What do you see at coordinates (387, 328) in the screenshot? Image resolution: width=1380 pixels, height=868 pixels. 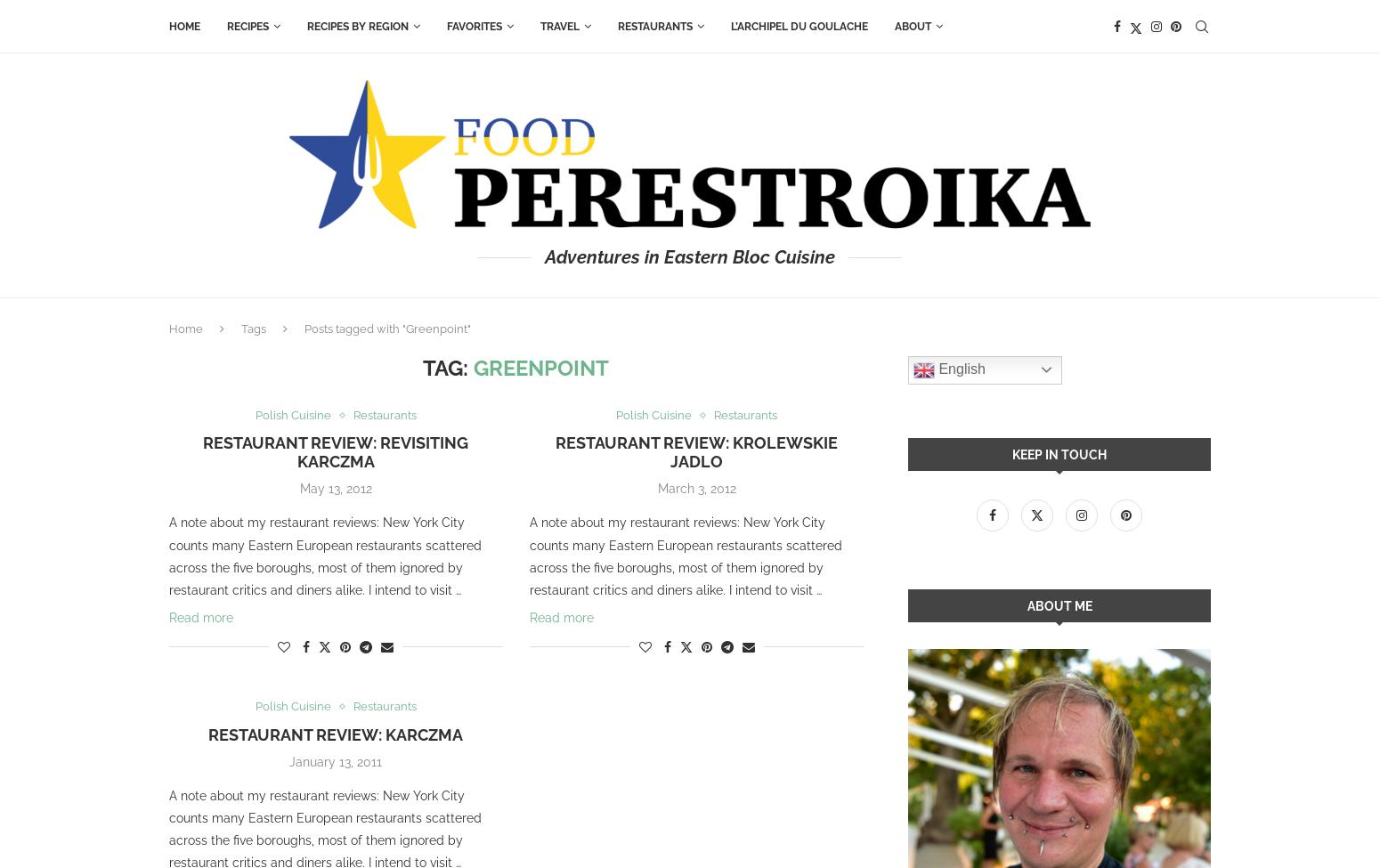 I see `'Posts tagged with "Greenpoint"'` at bounding box center [387, 328].